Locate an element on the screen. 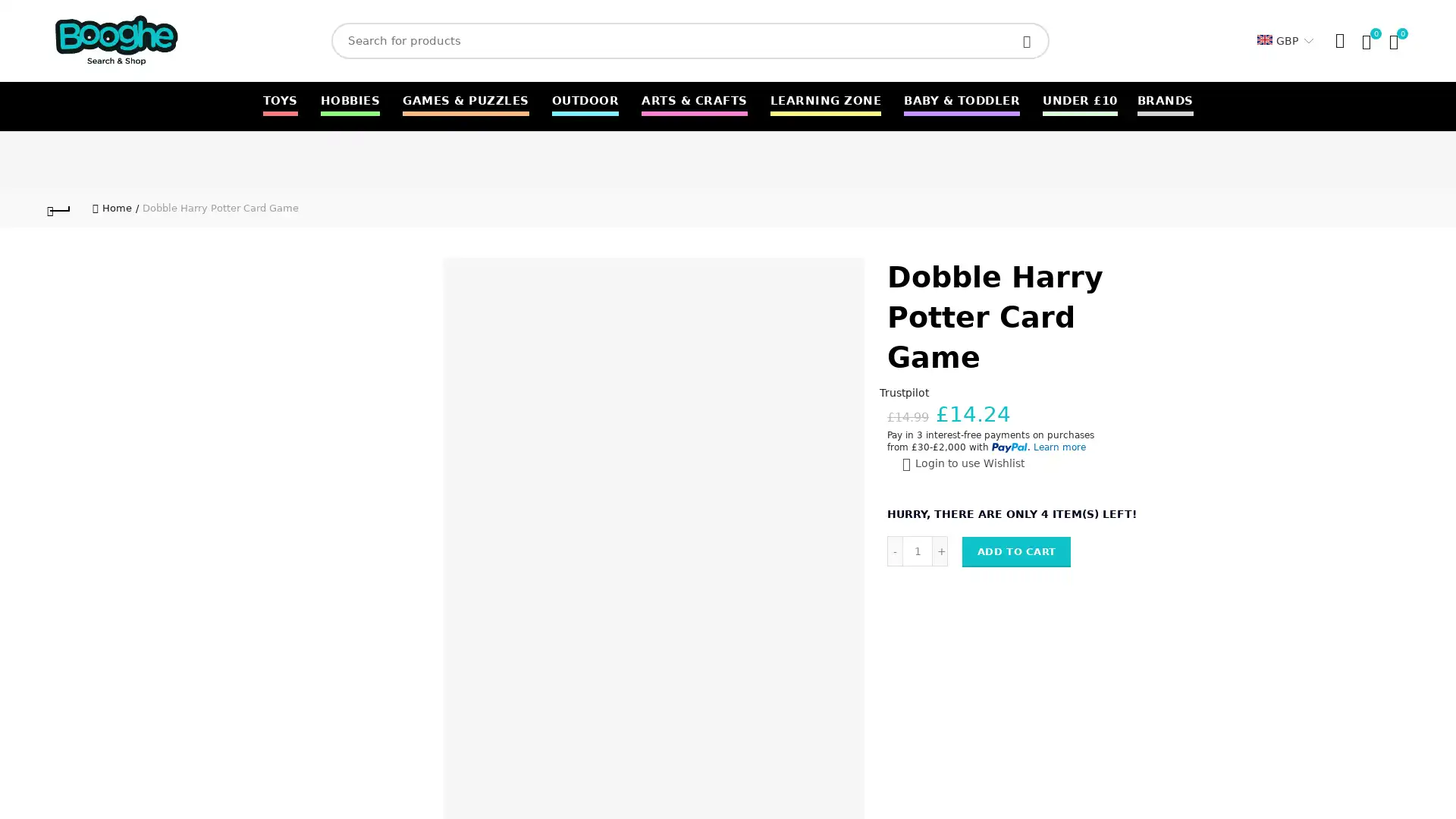  ADD TO CART is located at coordinates (1016, 551).